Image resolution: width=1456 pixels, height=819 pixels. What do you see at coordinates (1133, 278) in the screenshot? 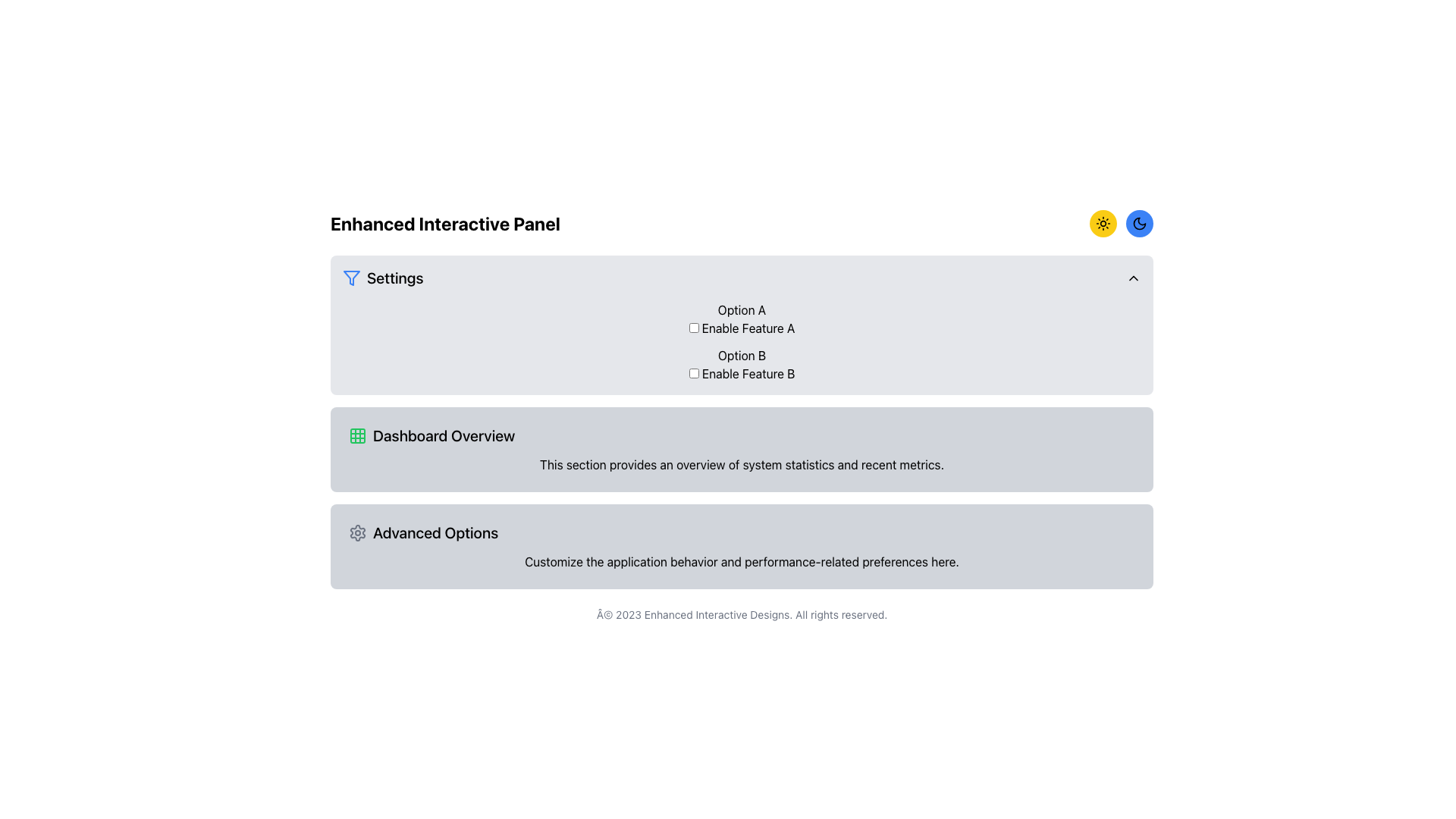
I see `the toggle button in the upper right corner of the 'Settings' panel` at bounding box center [1133, 278].